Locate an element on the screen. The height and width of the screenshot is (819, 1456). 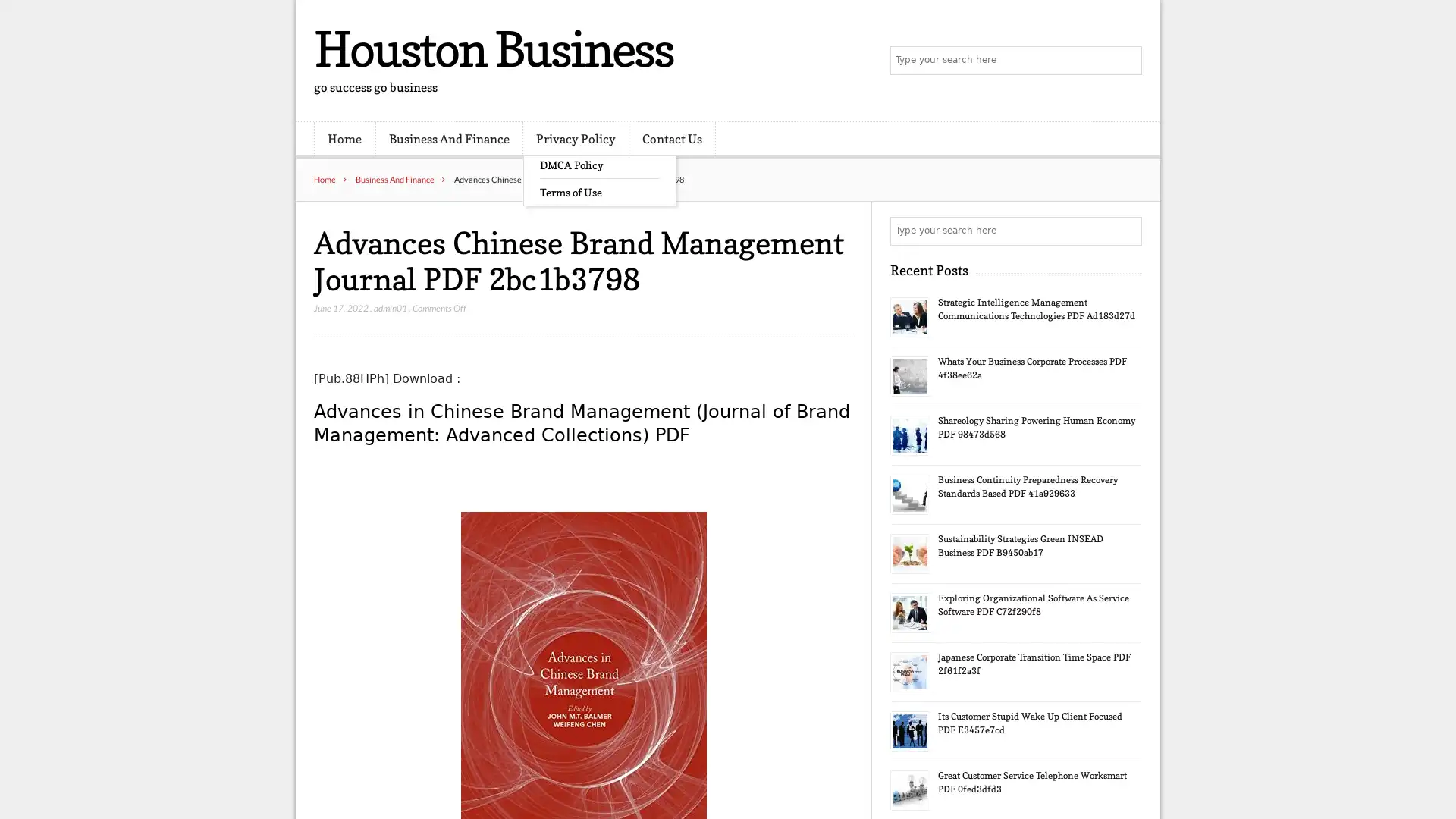
Search is located at coordinates (1126, 61).